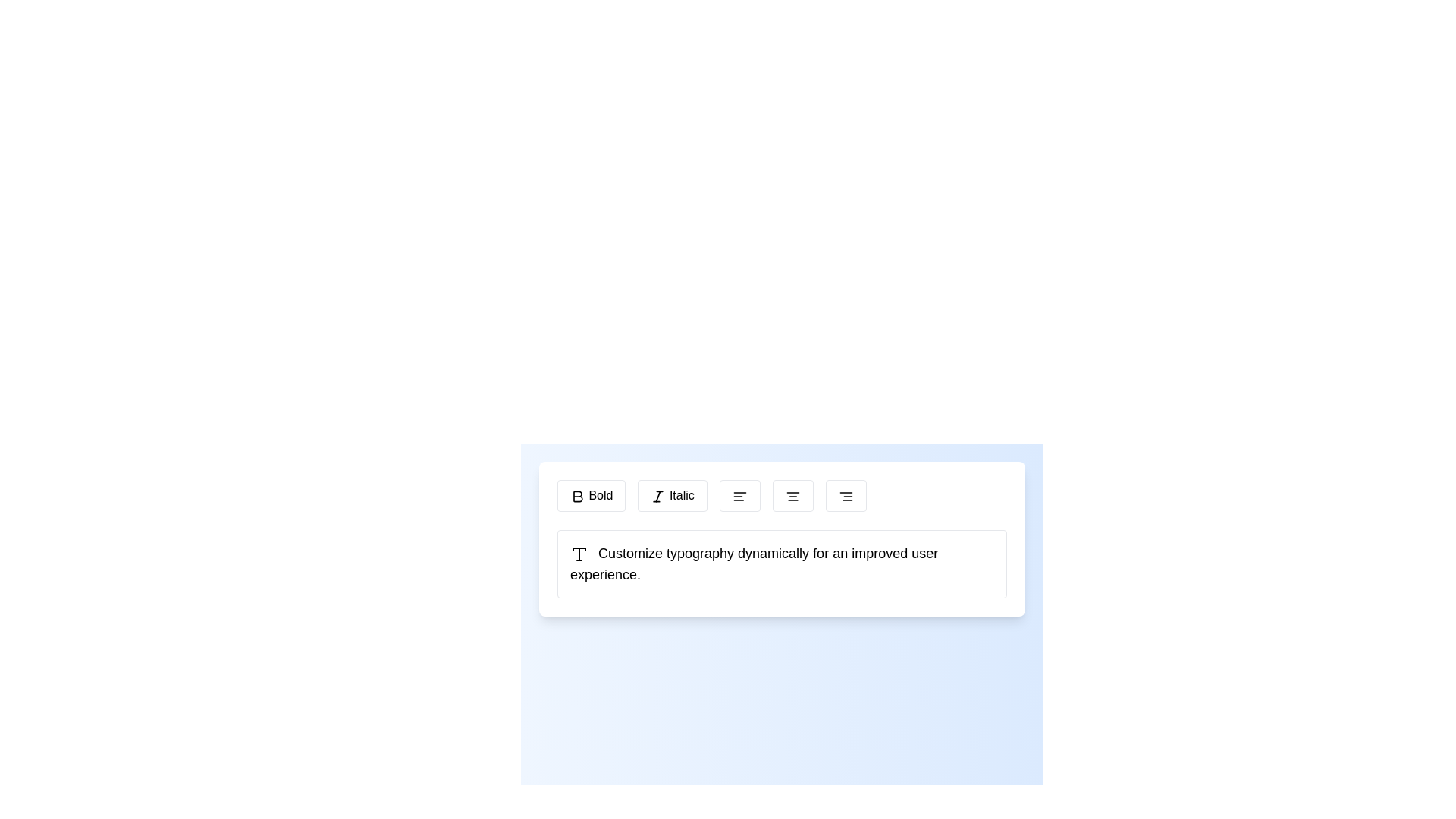 This screenshot has height=819, width=1456. Describe the element at coordinates (739, 496) in the screenshot. I see `the third button in the toolbar section, which has a white background and an icon of three horizontal lines` at that location.